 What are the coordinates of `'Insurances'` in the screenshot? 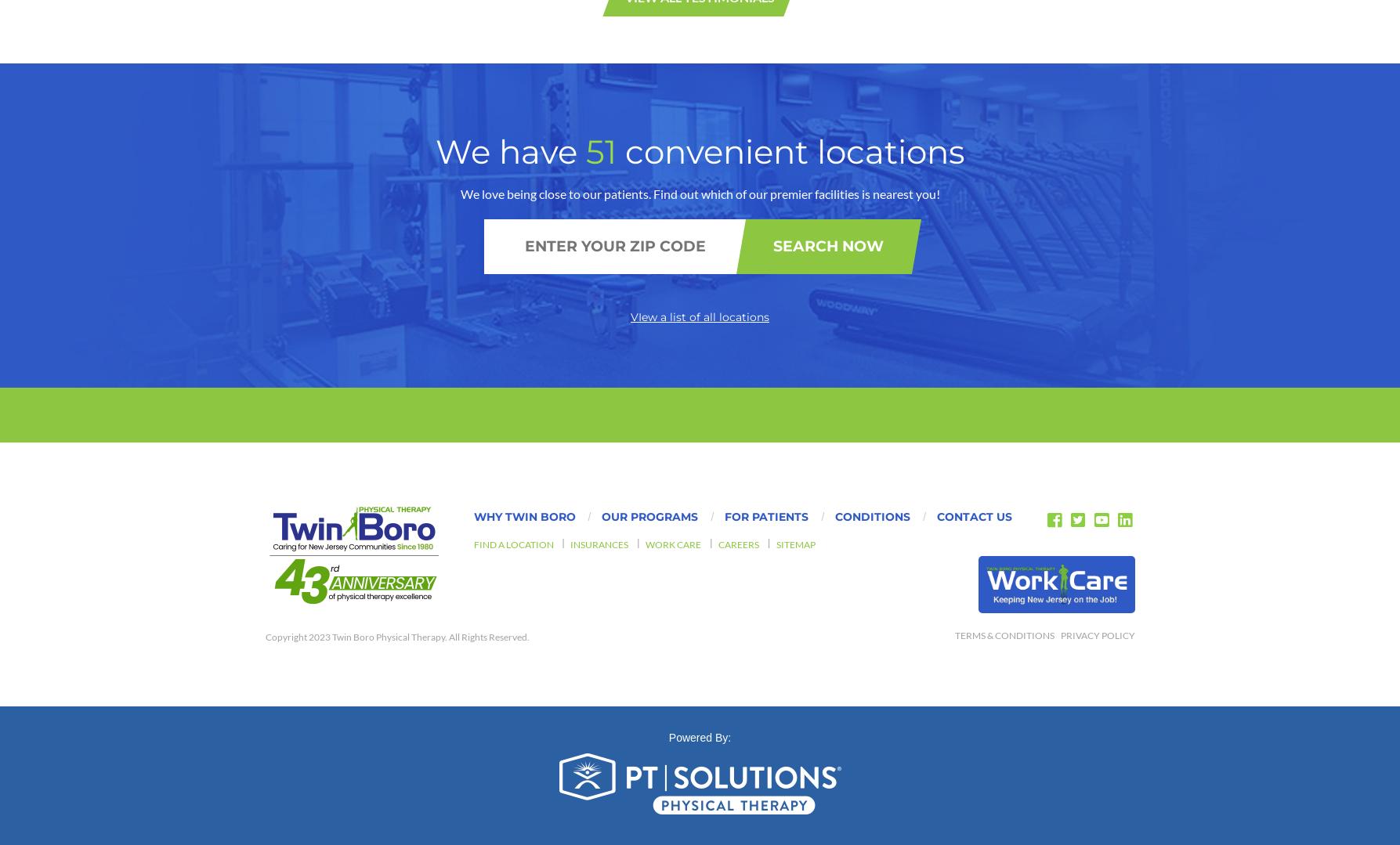 It's located at (599, 167).